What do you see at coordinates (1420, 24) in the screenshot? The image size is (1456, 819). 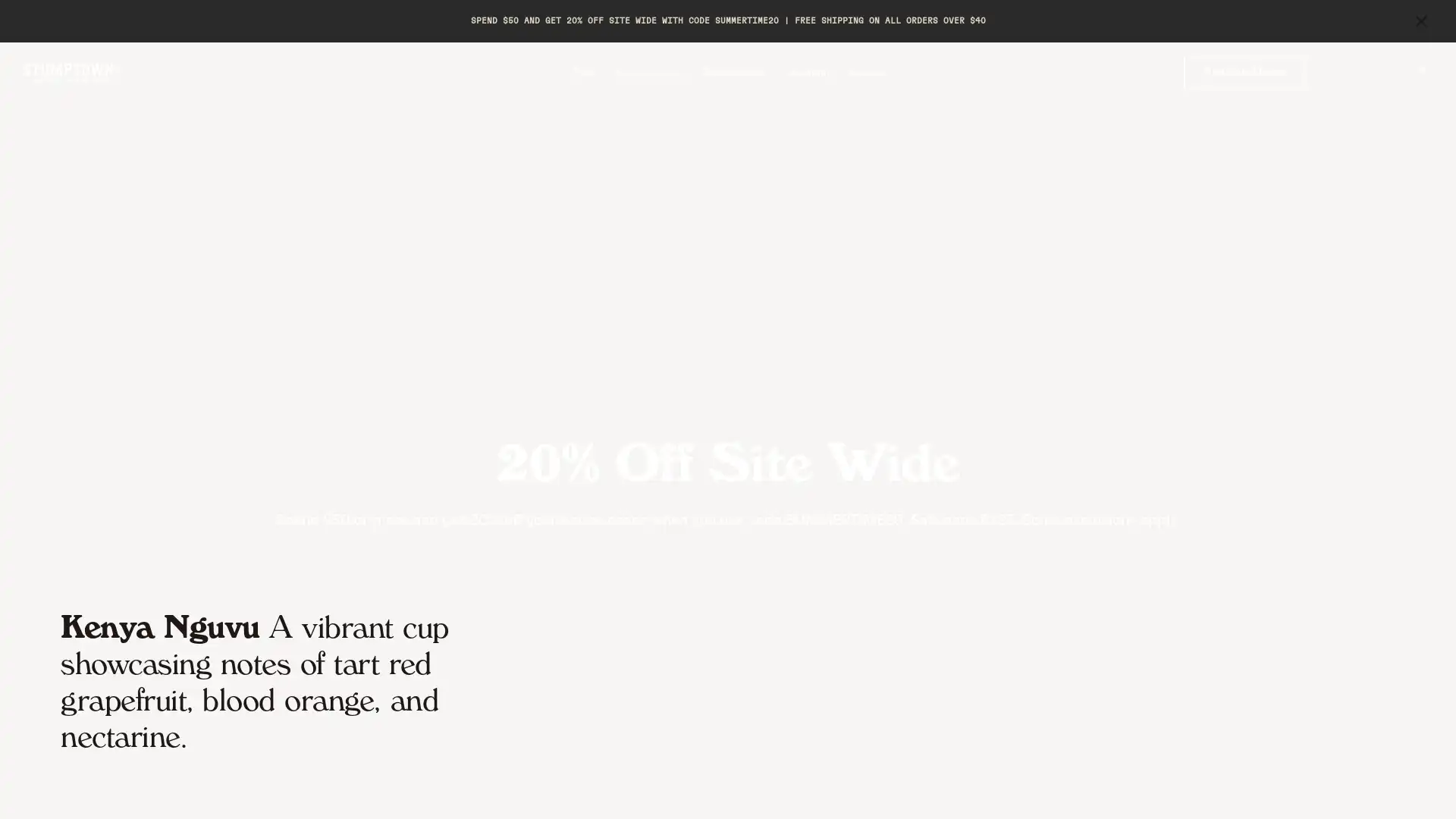 I see `close` at bounding box center [1420, 24].